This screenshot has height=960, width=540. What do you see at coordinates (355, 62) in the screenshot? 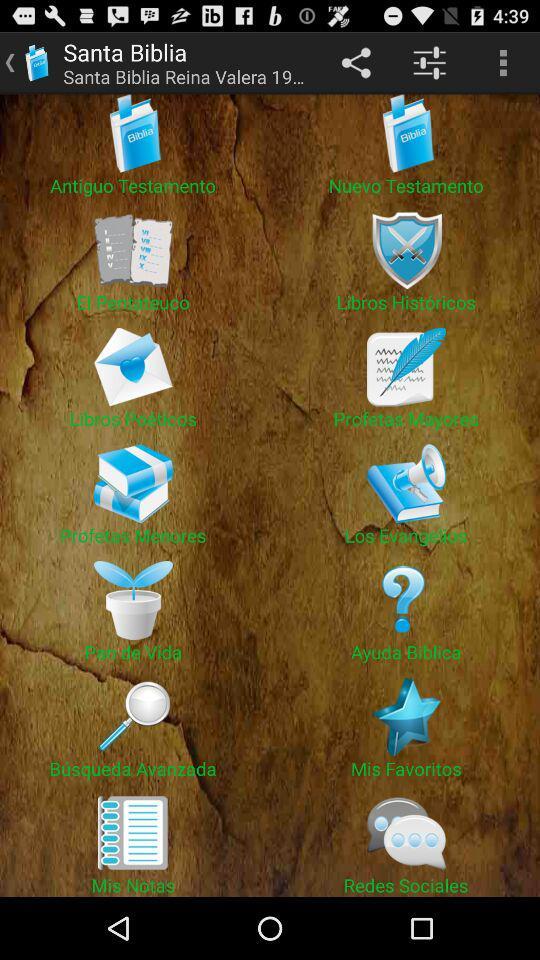
I see `item next to santa biblia reina app` at bounding box center [355, 62].